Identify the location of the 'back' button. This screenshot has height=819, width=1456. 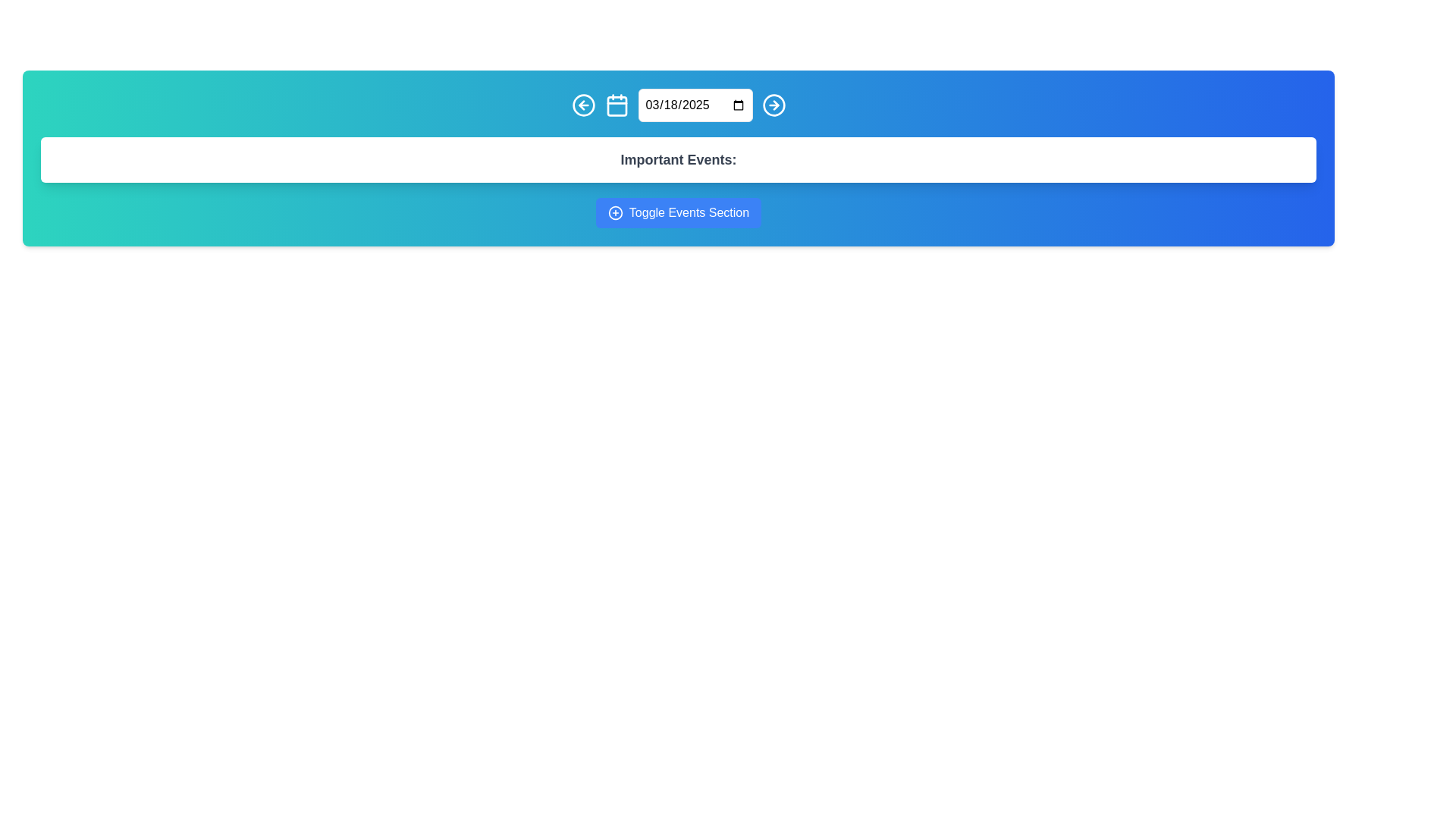
(582, 104).